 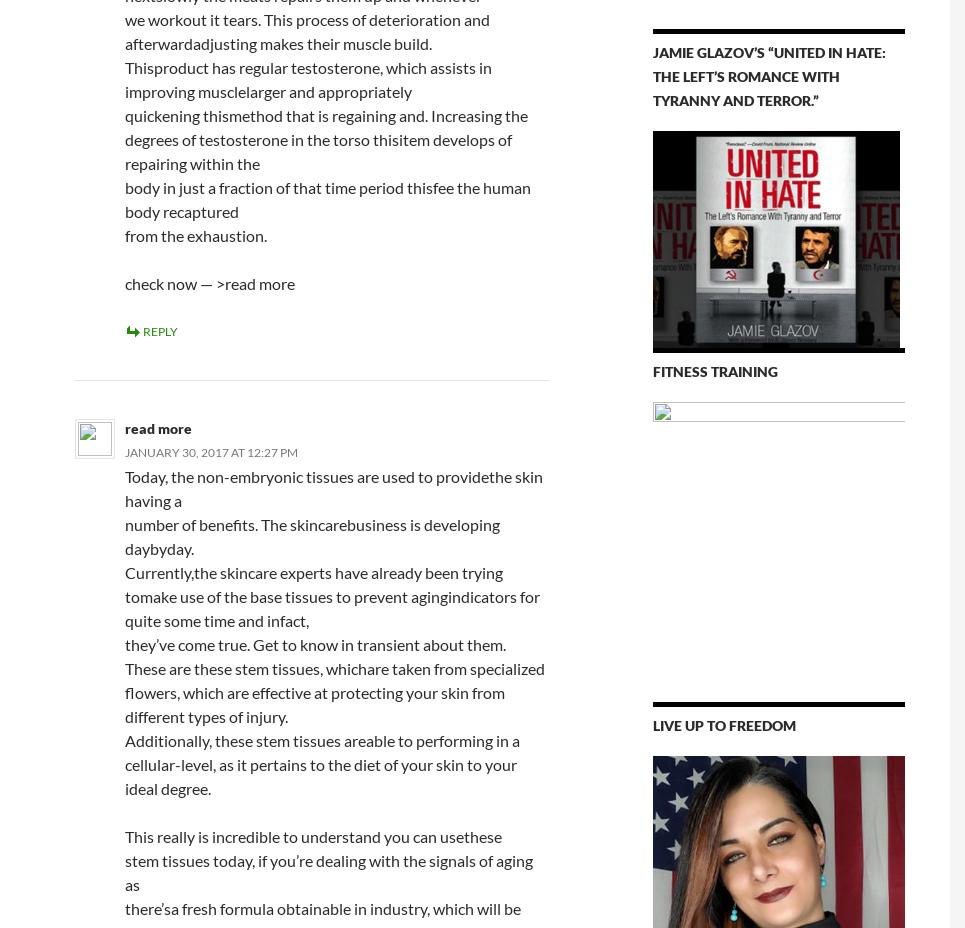 I want to click on 'Jamie Glazov’s “United in Hate: The Left’s Romance With Tyranny and Terror.”', so click(x=653, y=74).